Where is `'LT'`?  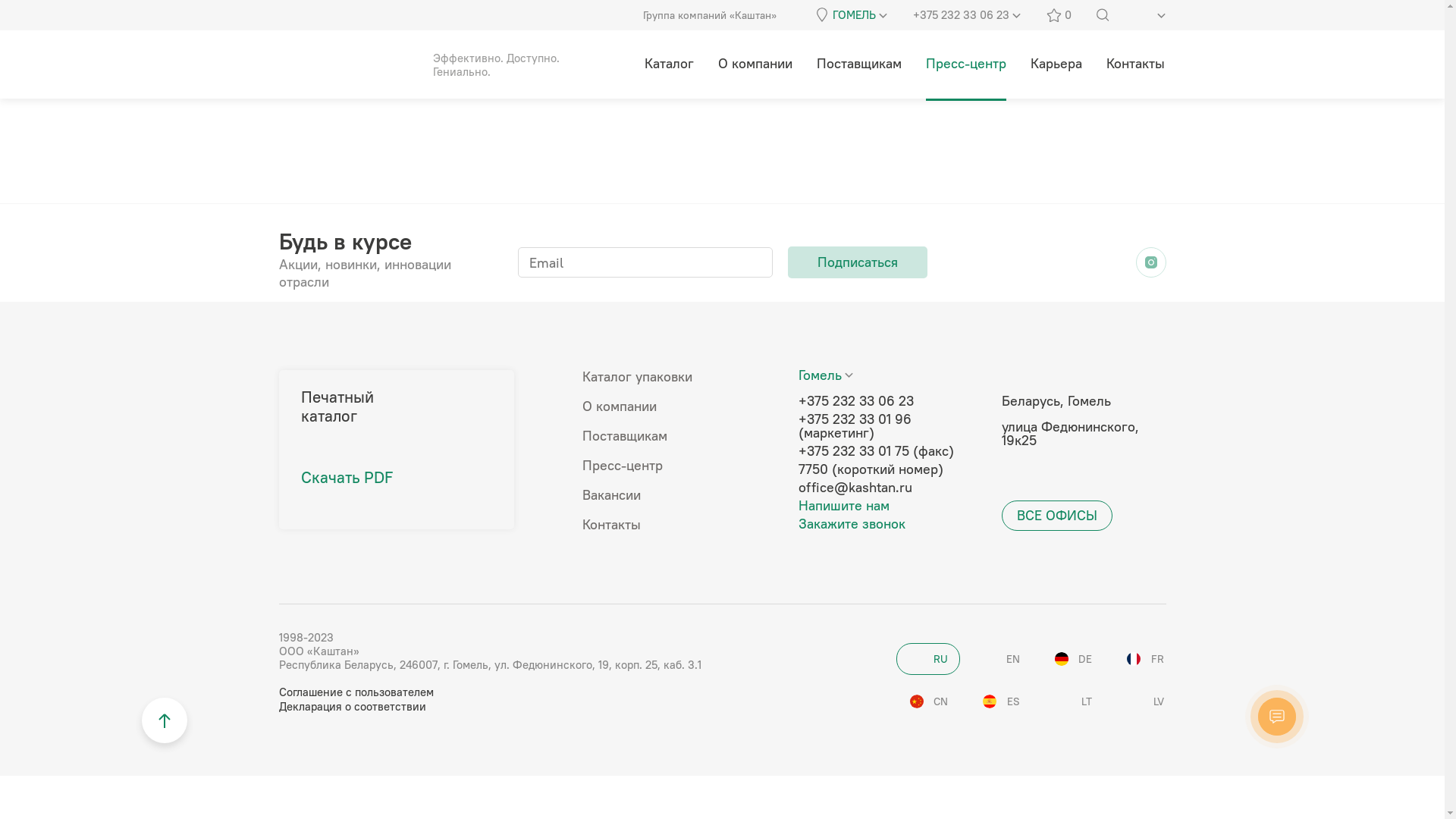
'LT' is located at coordinates (1072, 701).